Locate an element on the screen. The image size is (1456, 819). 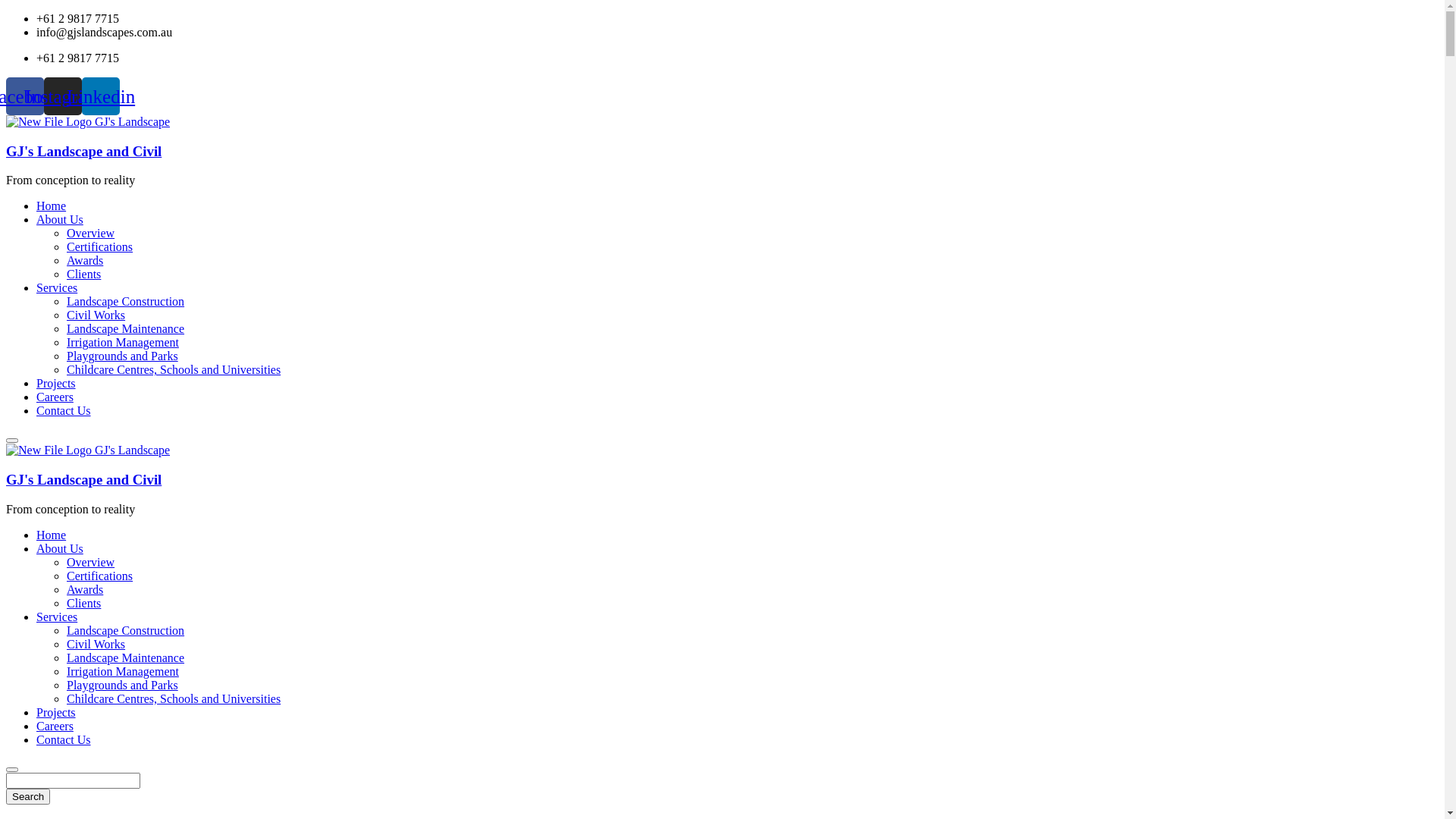
'Awards' is located at coordinates (83, 588).